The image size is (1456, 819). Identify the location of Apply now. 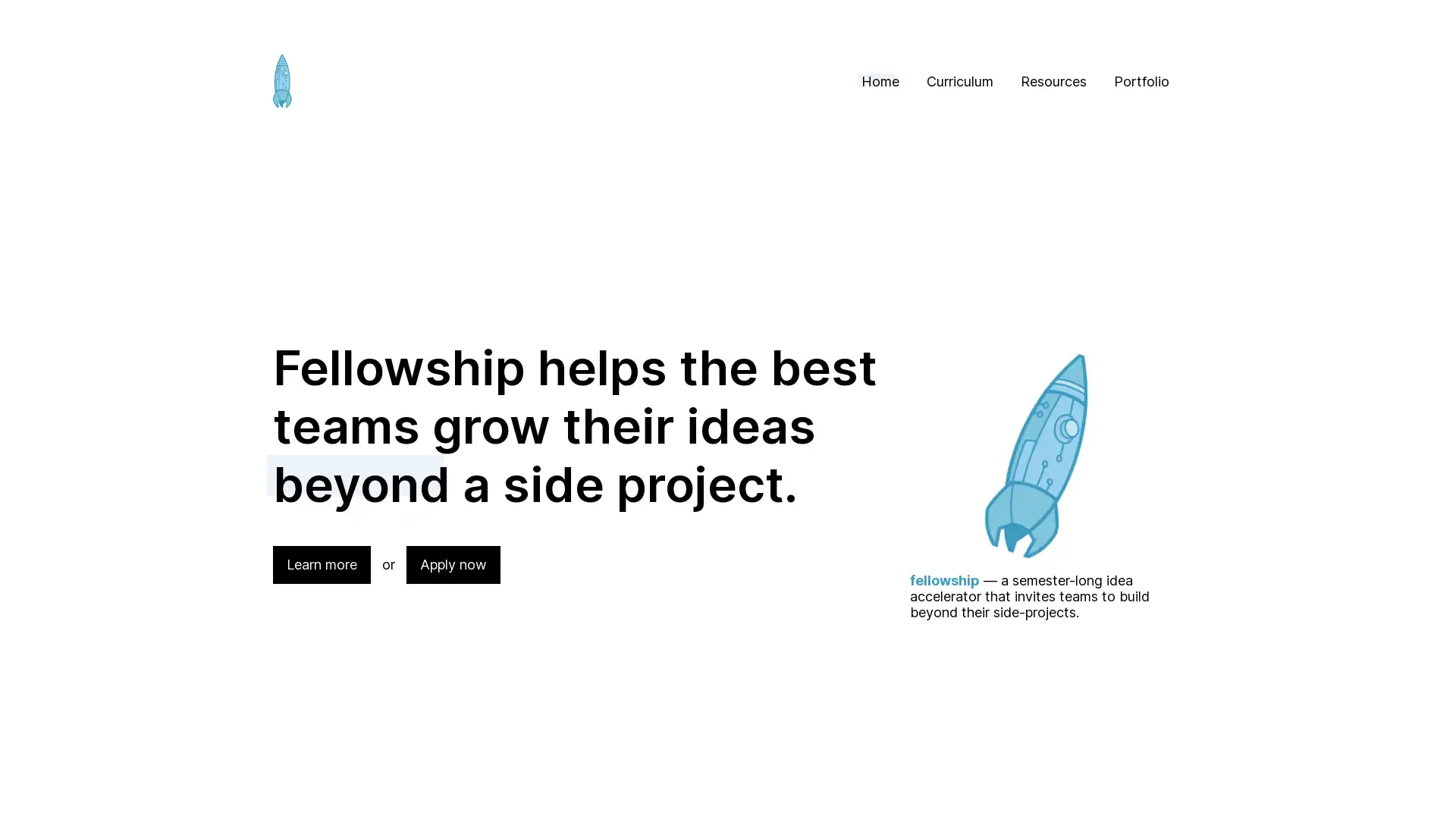
(453, 564).